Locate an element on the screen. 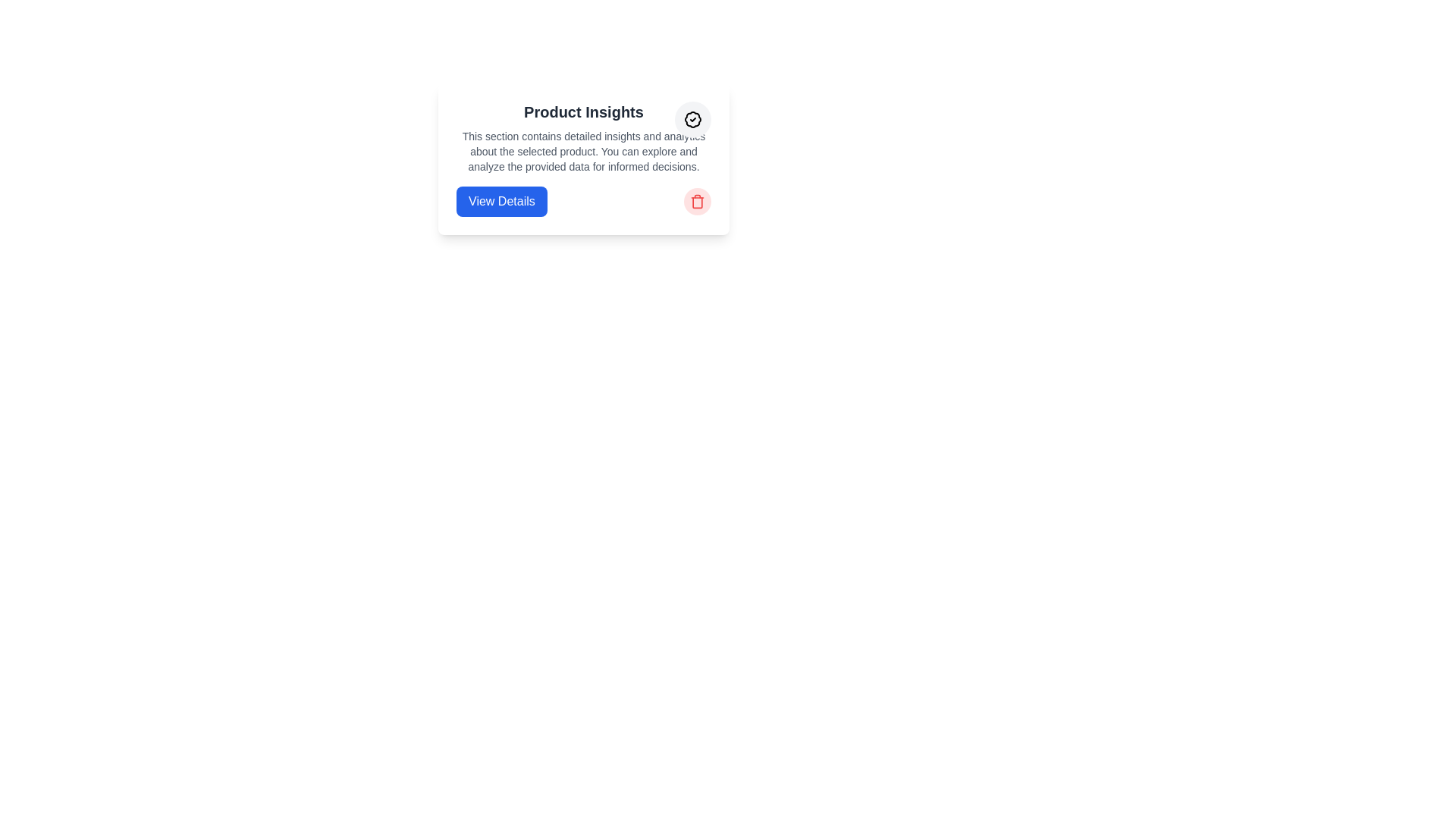 The width and height of the screenshot is (1456, 819). the blue button labeled 'View Details' is located at coordinates (501, 201).